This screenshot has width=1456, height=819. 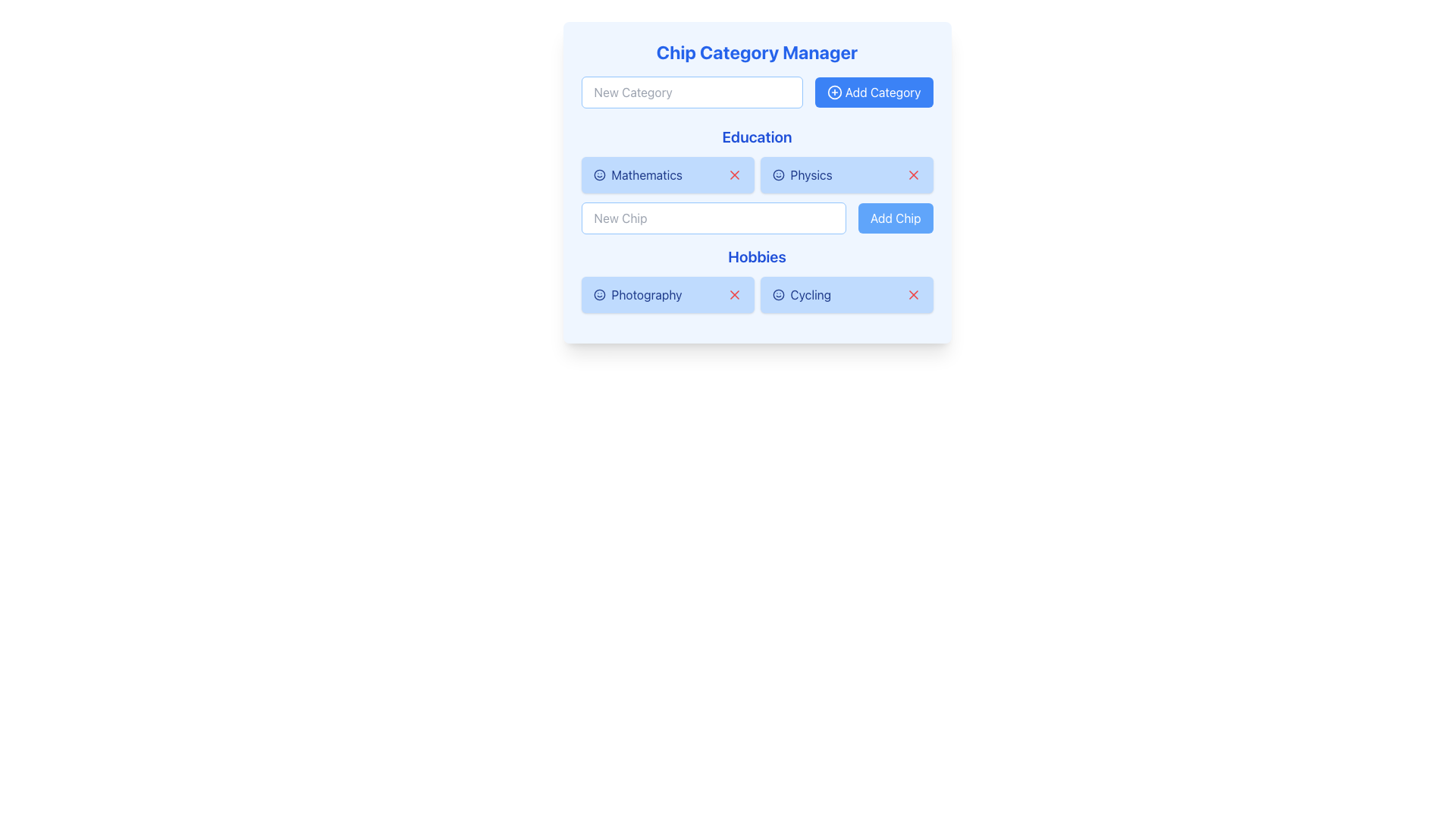 I want to click on the Photography icon located to the left of the Photography label in the Hobbies section, so click(x=598, y=295).